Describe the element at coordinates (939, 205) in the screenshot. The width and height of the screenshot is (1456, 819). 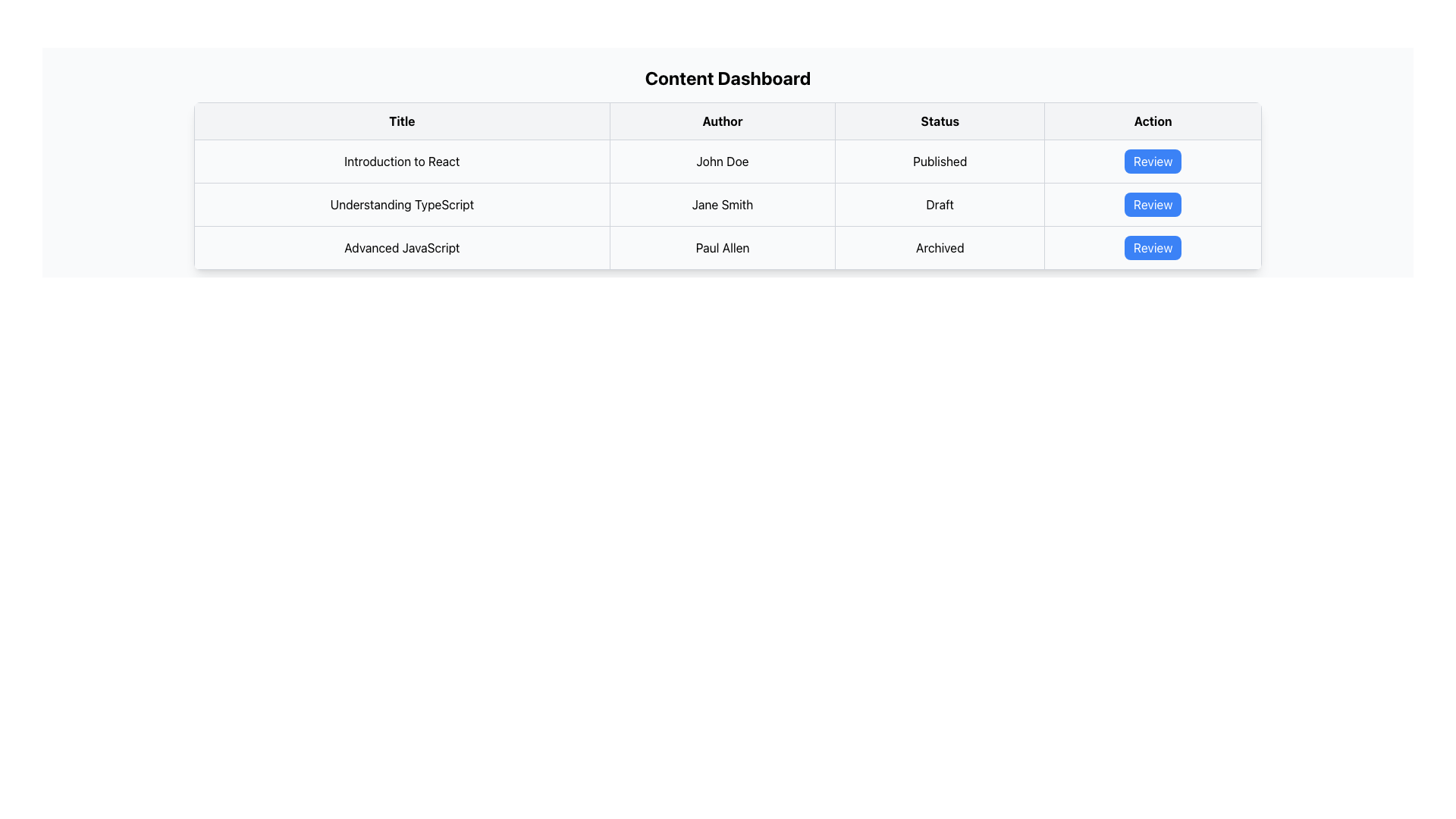
I see `the non-interactive status label in the third column of the second row of the table, which indicates the status for 'Understanding TypeScript' associated with 'Jane Smith'` at that location.